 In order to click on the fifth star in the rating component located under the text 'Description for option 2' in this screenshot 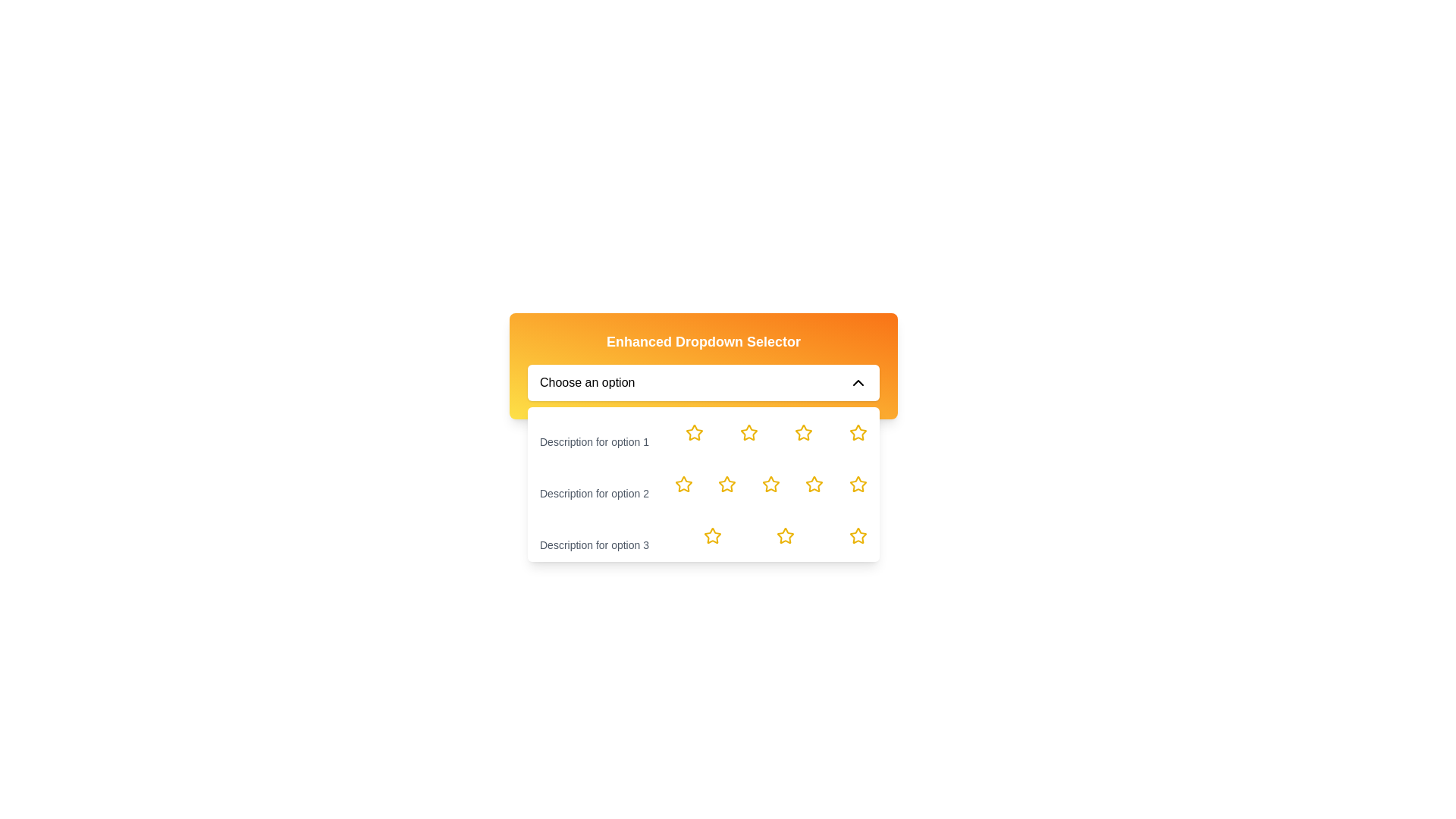, I will do `click(814, 485)`.